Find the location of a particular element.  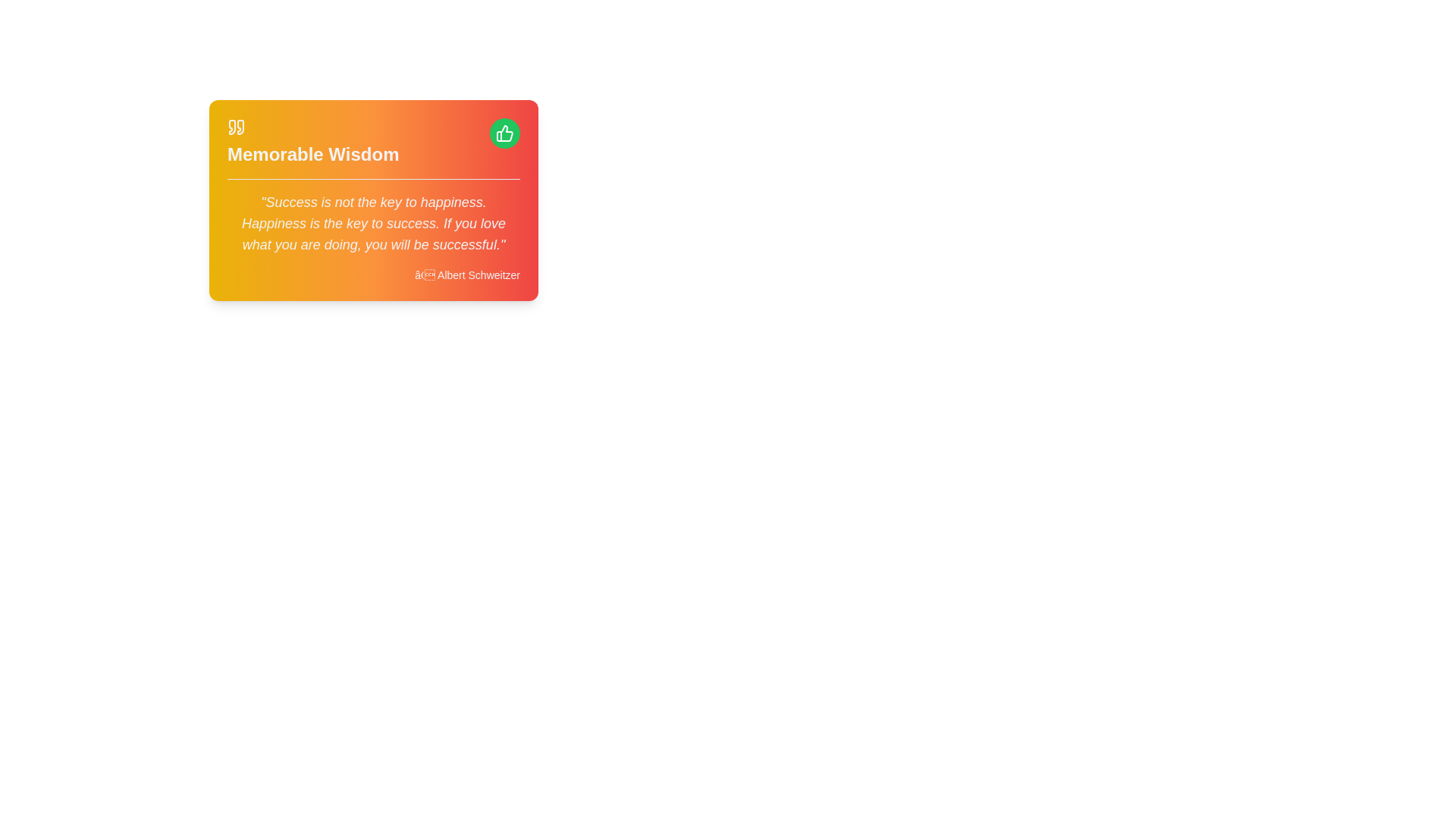

the right-side quotation mark component of the icon located in the top-left area of the colorful card near the heading 'Memorable Wisdom' is located at coordinates (240, 127).